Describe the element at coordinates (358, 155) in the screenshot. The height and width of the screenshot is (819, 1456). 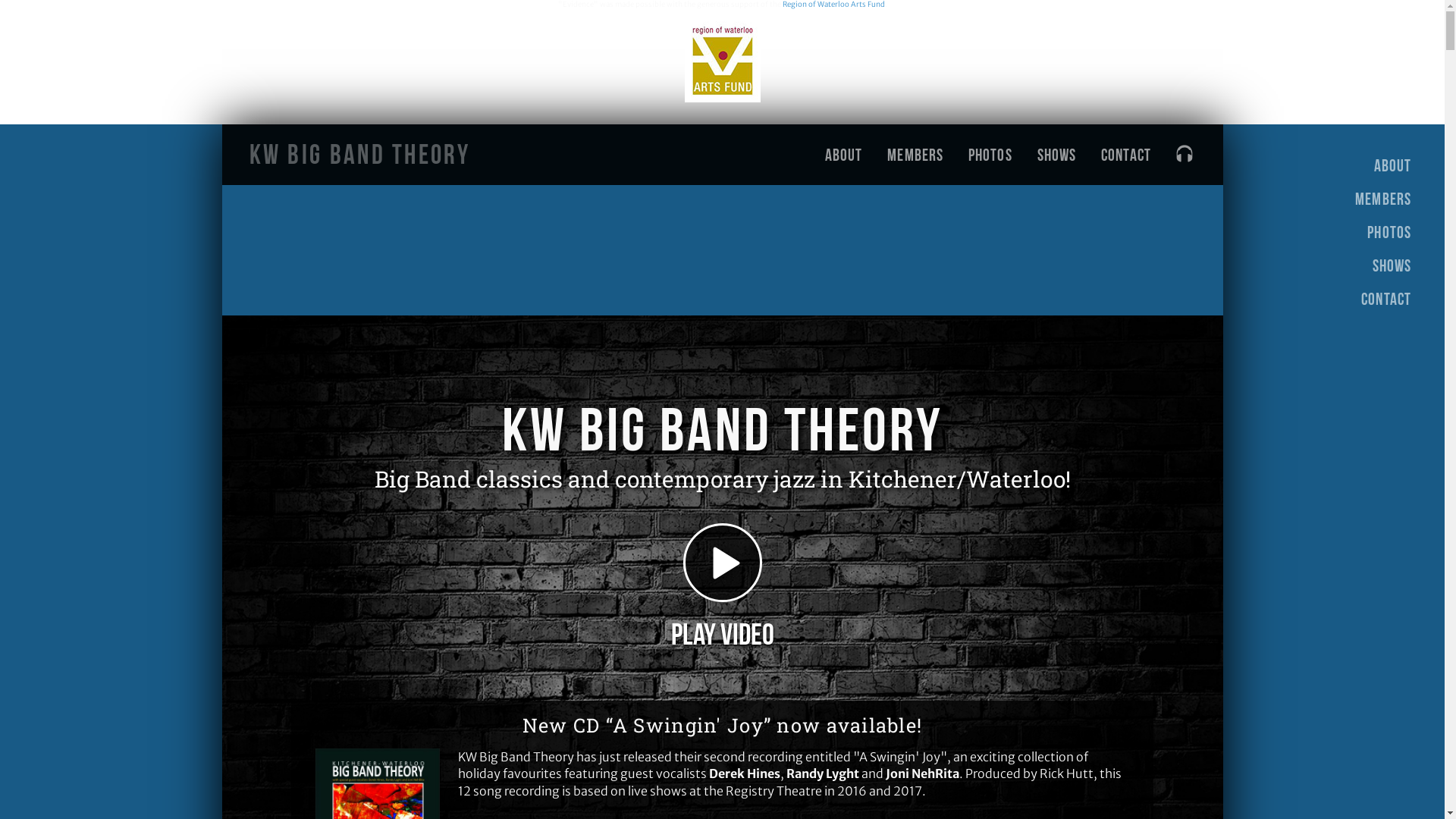
I see `'KW Big Band Theory'` at that location.